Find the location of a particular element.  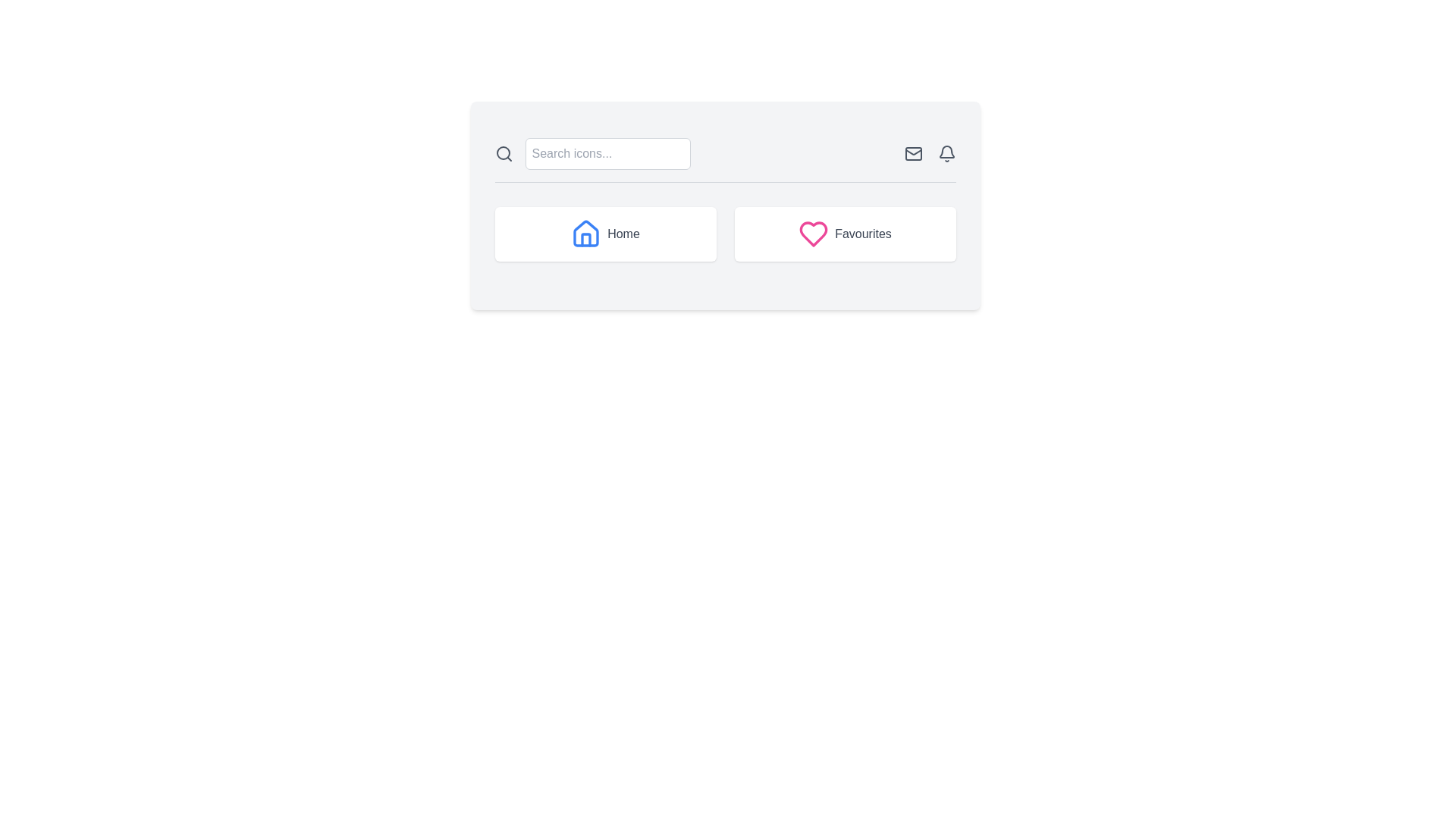

the primary rectangle portion of the envelope icon located in the top-right section of the horizontal toolbar, to the right of the search bar and to the left of the bell notification icon is located at coordinates (912, 154).